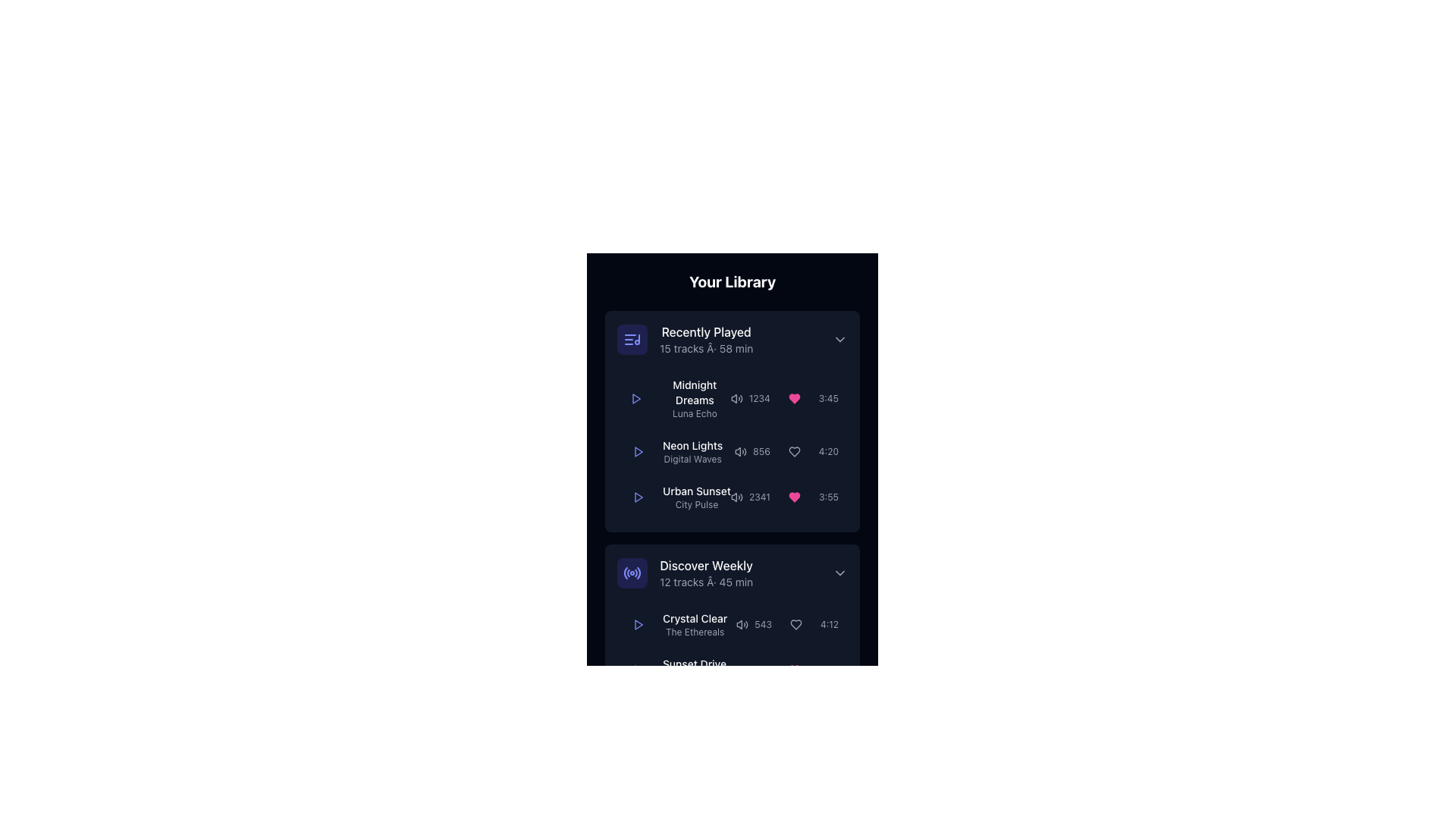 The image size is (1456, 819). What do you see at coordinates (784, 497) in the screenshot?
I see `the pink heart icon located between '2341' and '3:55' in the 'Recently Played' section of the 'Urban Sunset' row` at bounding box center [784, 497].